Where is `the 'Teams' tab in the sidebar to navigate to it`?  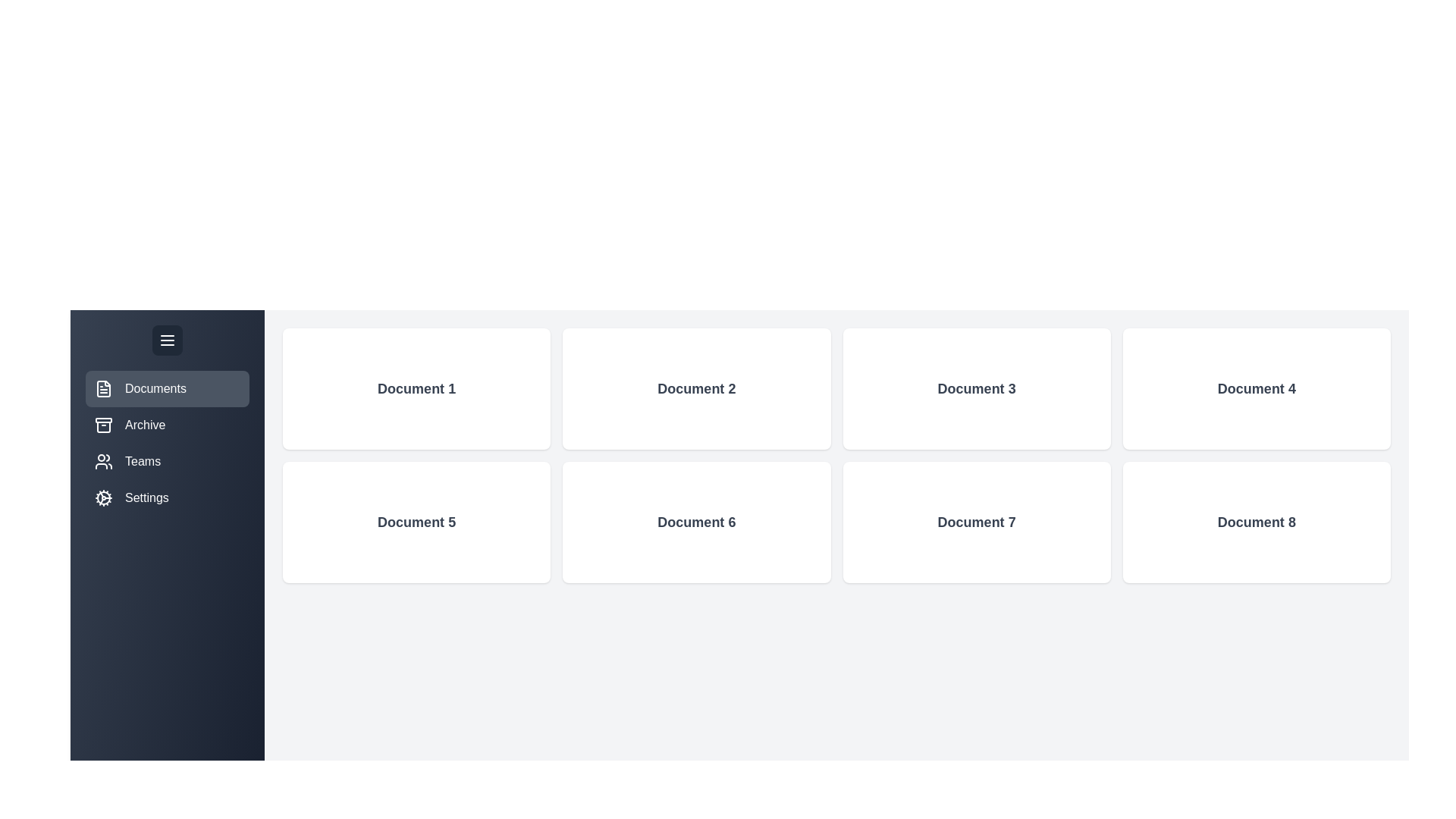 the 'Teams' tab in the sidebar to navigate to it is located at coordinates (167, 461).